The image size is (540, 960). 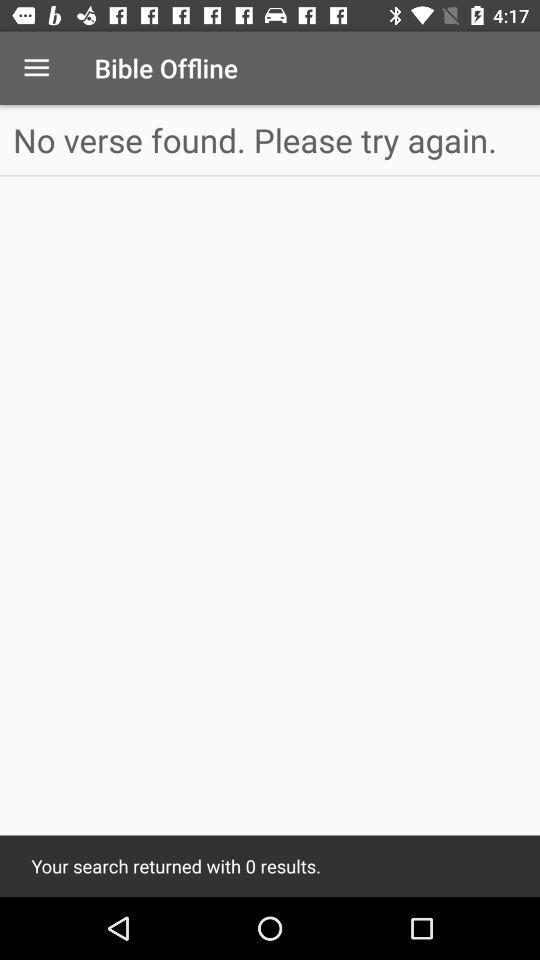 I want to click on the no verse found at the top, so click(x=270, y=139).